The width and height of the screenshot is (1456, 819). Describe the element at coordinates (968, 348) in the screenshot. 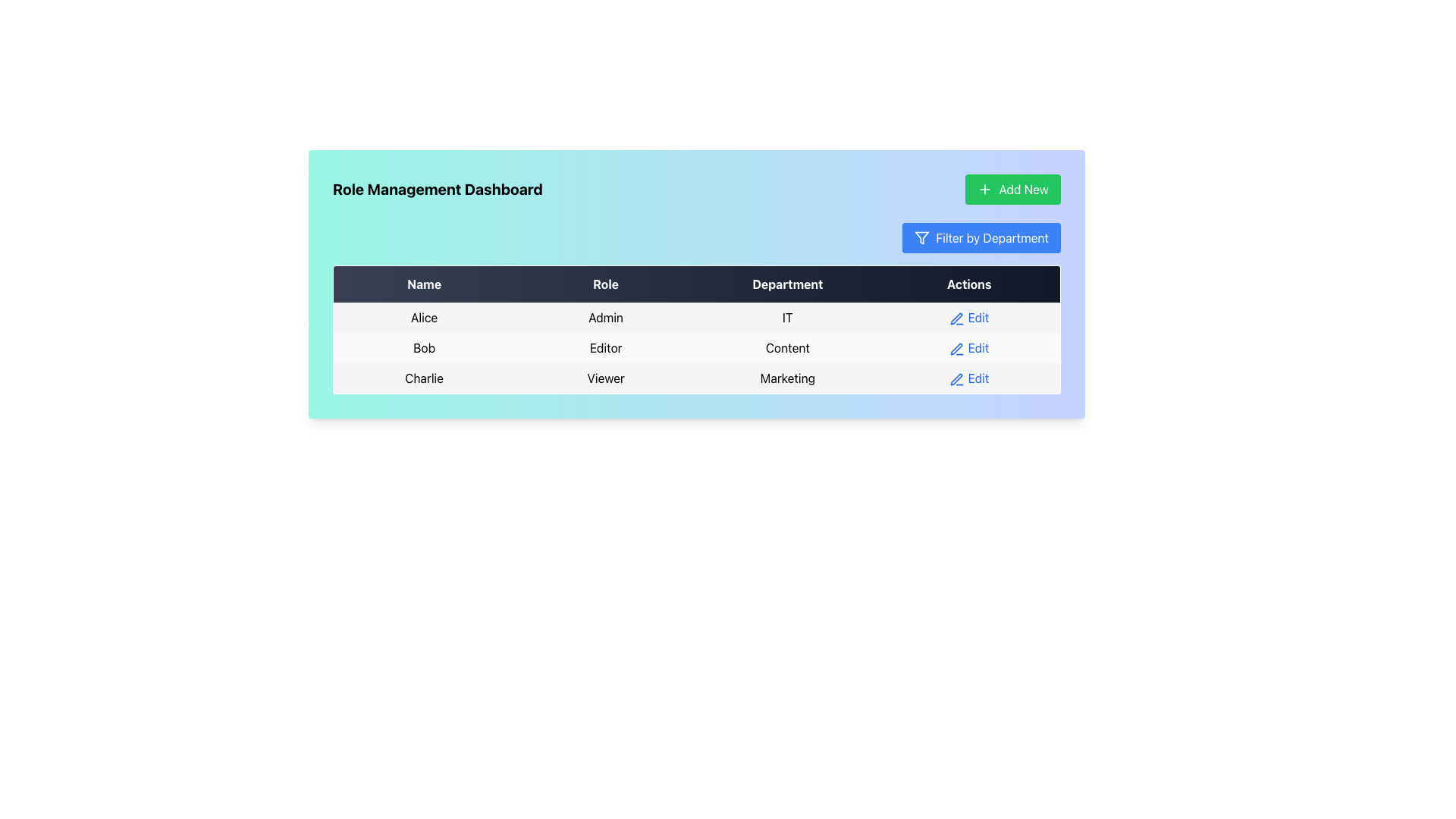

I see `the button-like link with an icon in the second row of the table under the 'Actions' column` at that location.